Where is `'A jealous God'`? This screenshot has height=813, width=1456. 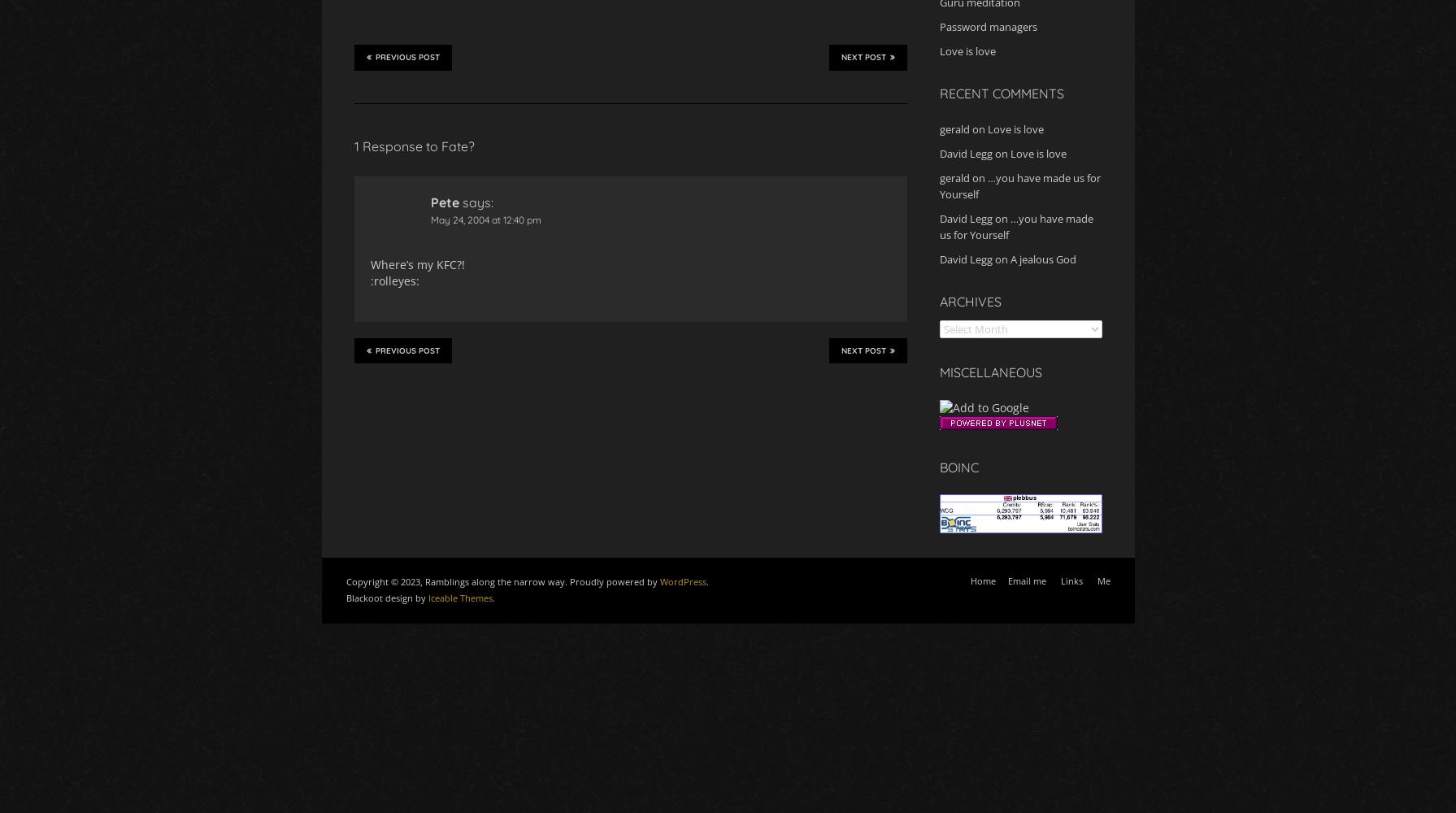
'A jealous God' is located at coordinates (1041, 258).